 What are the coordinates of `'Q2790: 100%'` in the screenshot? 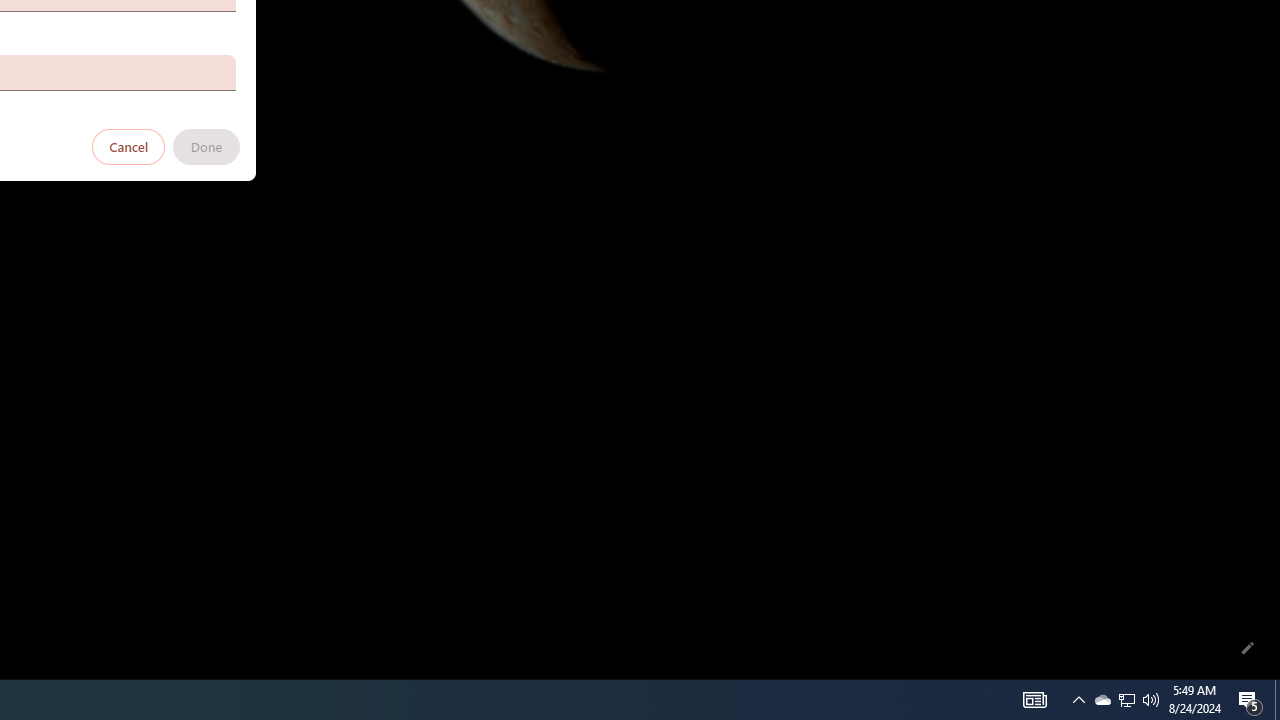 It's located at (1151, 698).